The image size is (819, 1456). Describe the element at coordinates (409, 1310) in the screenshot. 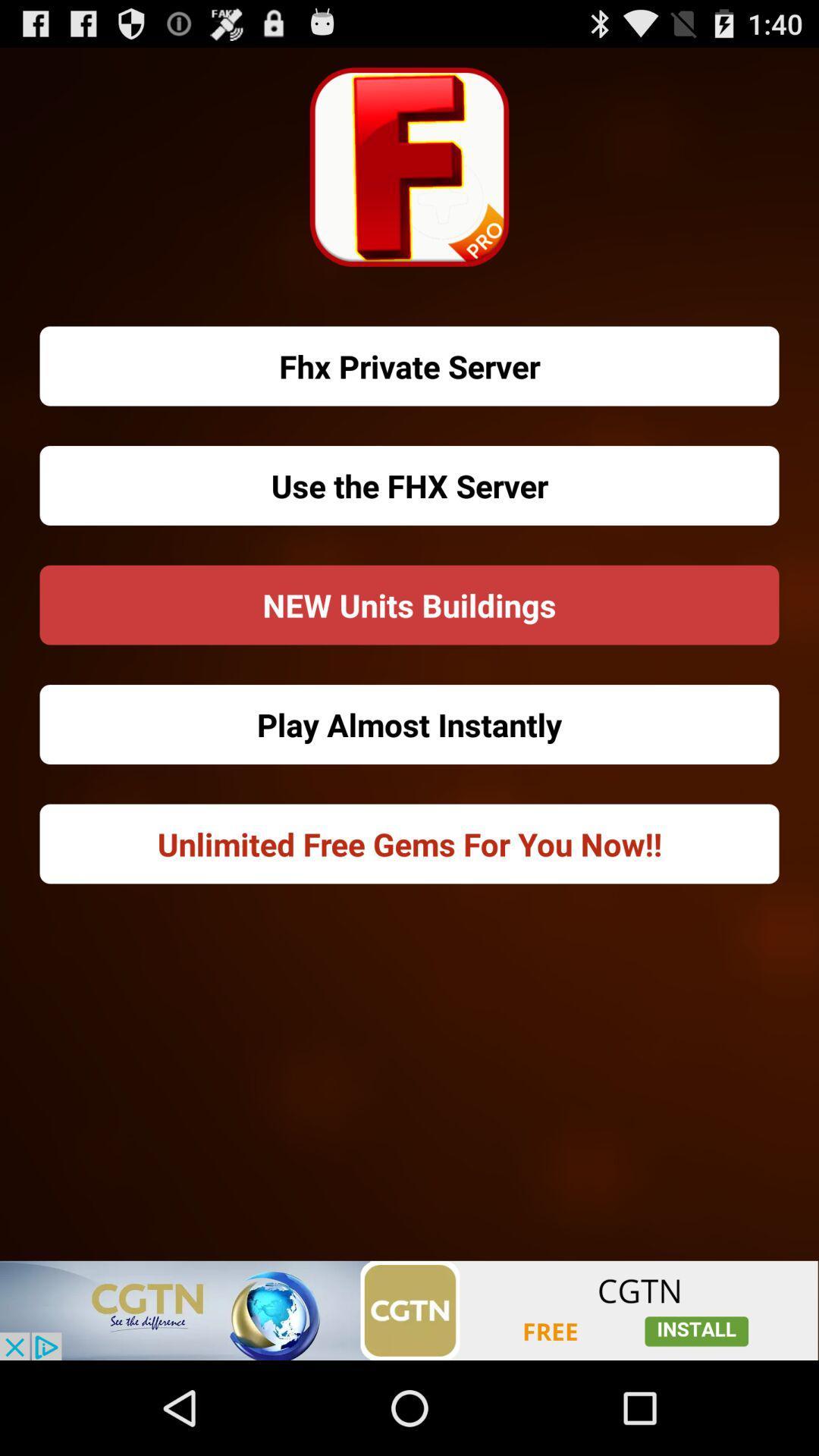

I see `open an advertised app` at that location.